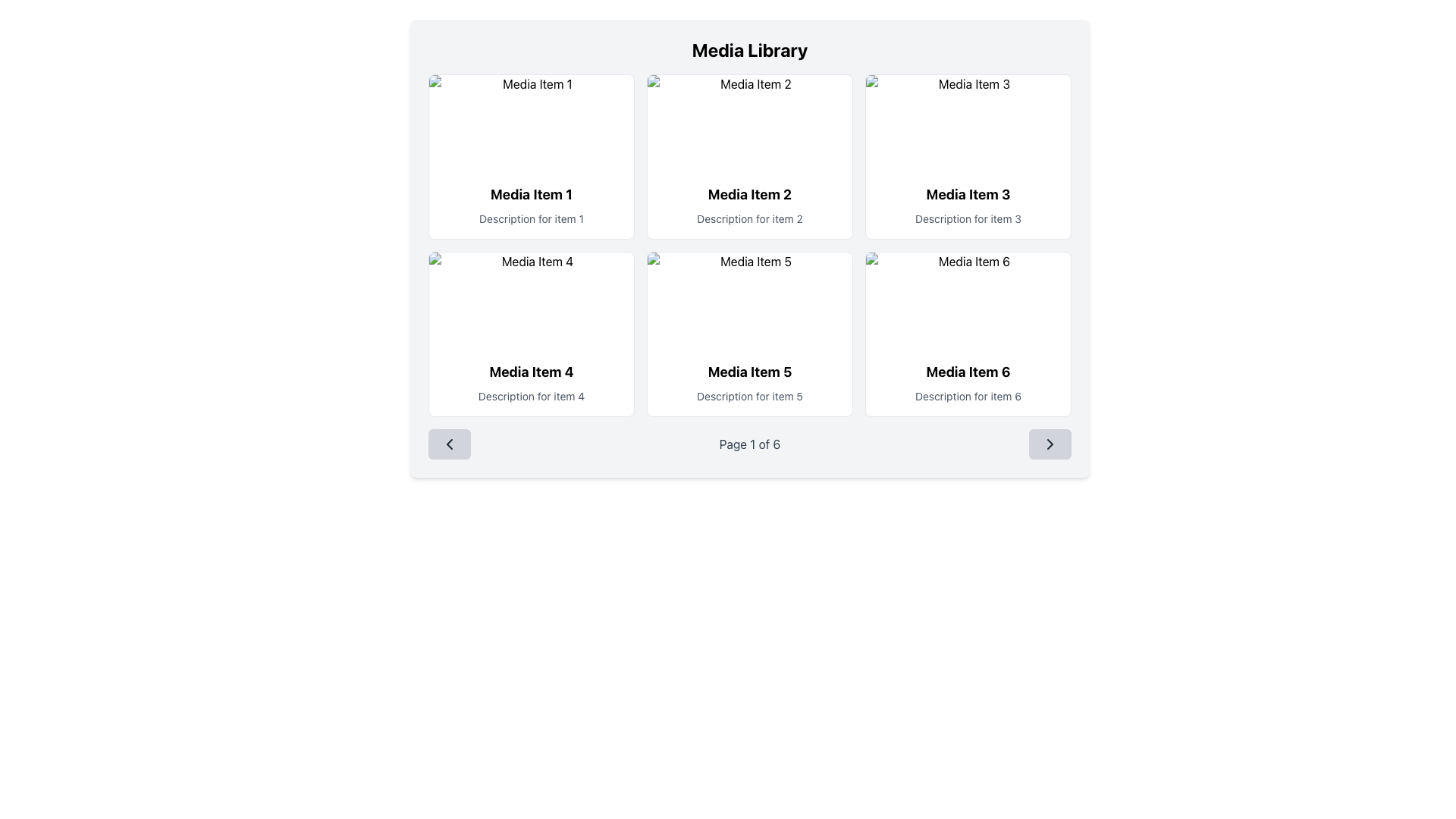 The image size is (1456, 819). Describe the element at coordinates (967, 372) in the screenshot. I see `the title text label of the sixth media item, located at the top of the last media item card in the third column of the grid layout` at that location.